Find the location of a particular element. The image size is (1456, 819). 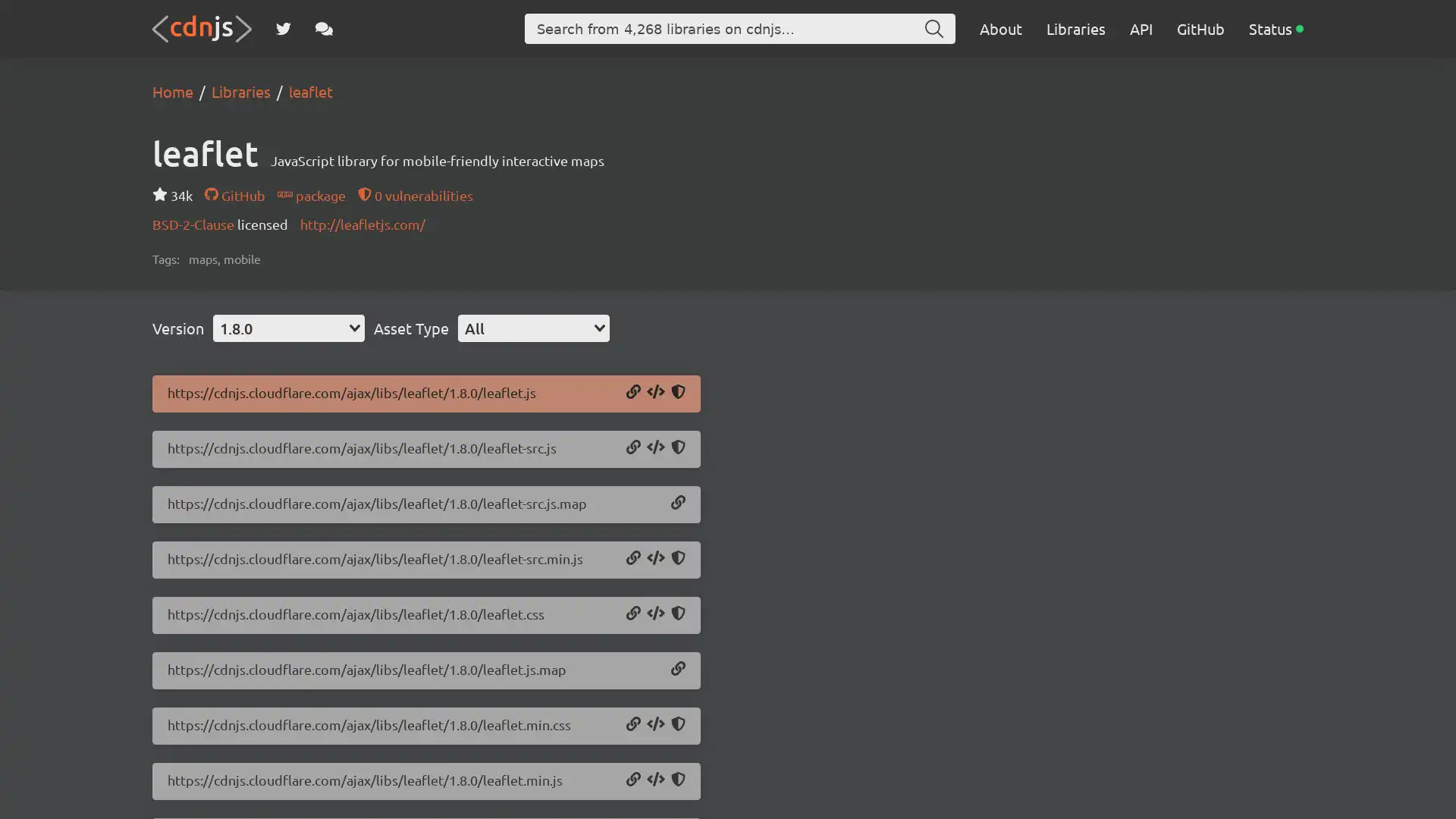

Copy SRI Hash is located at coordinates (677, 559).